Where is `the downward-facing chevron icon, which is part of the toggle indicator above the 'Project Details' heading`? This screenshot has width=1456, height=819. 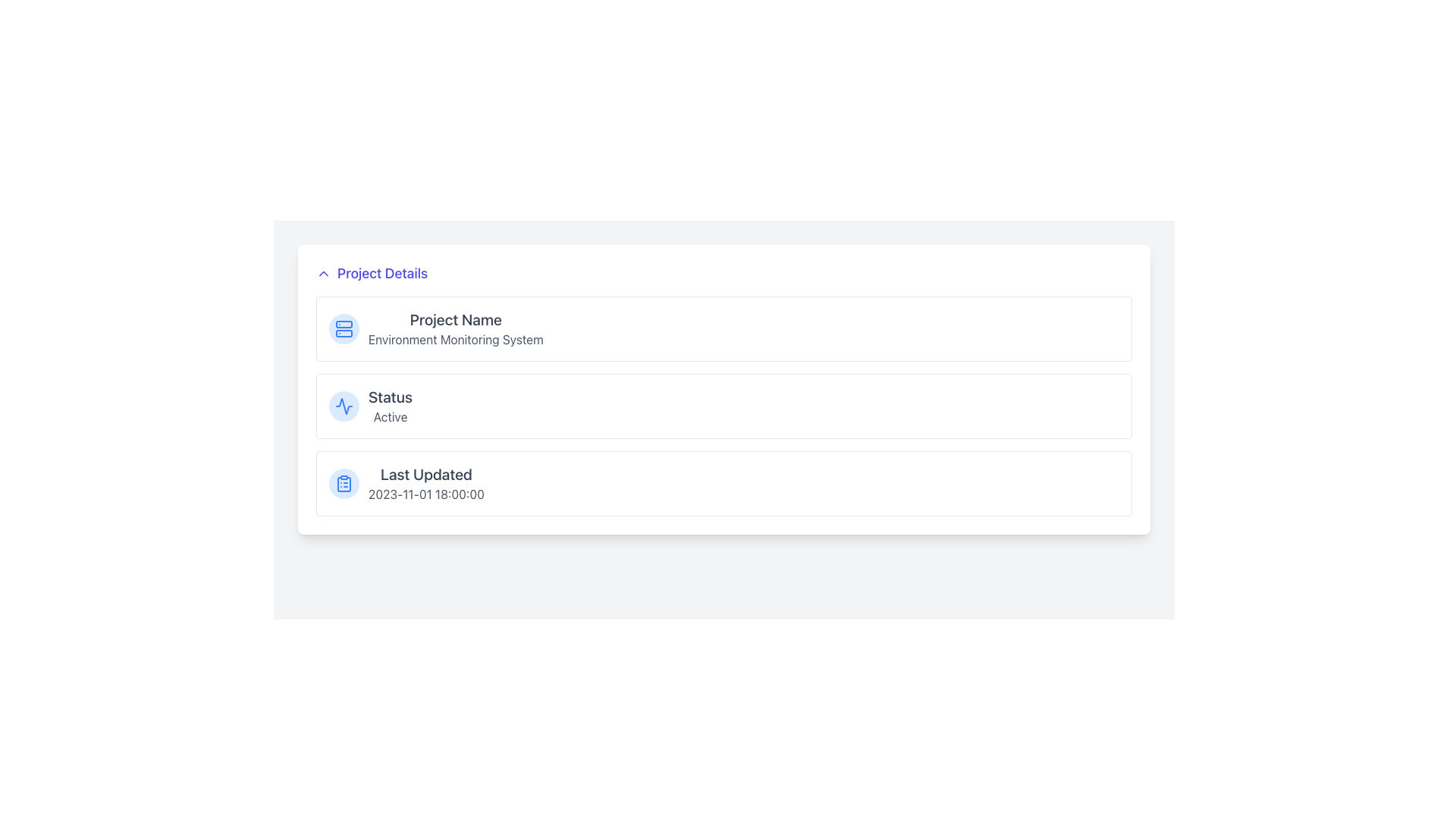
the downward-facing chevron icon, which is part of the toggle indicator above the 'Project Details' heading is located at coordinates (323, 274).